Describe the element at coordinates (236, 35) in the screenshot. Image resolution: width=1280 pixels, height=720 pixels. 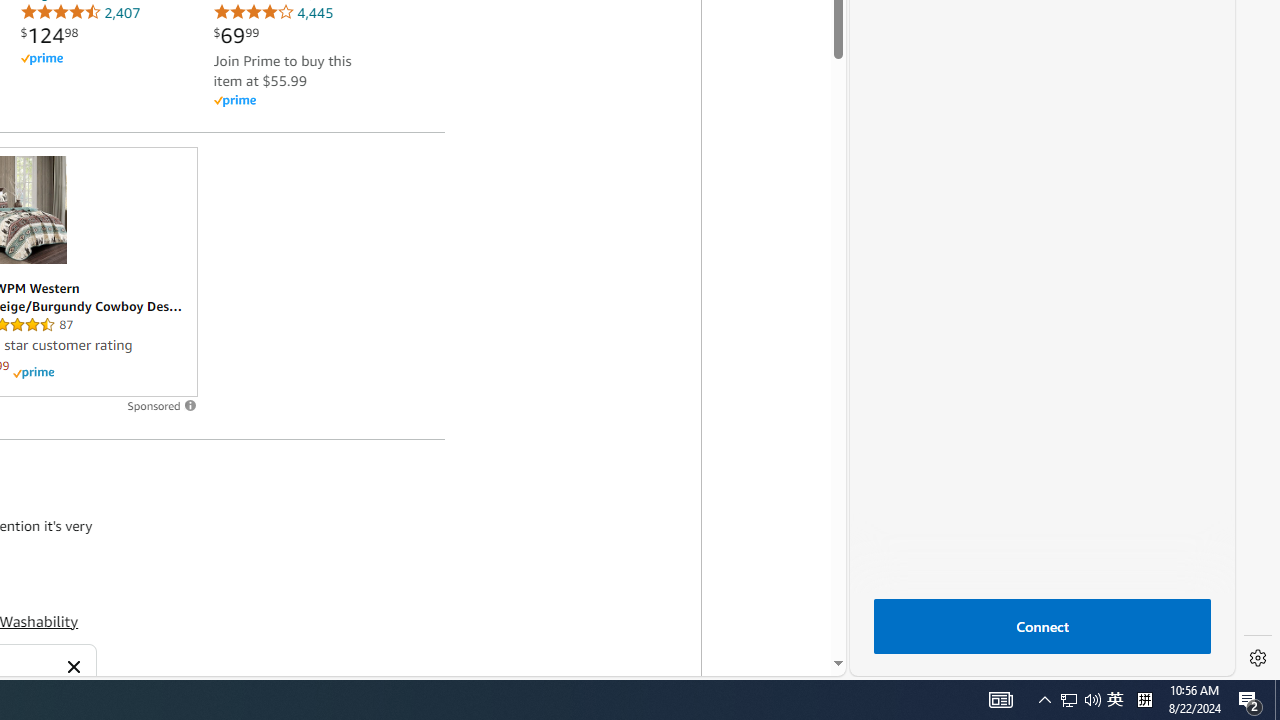
I see `'$69.99'` at that location.